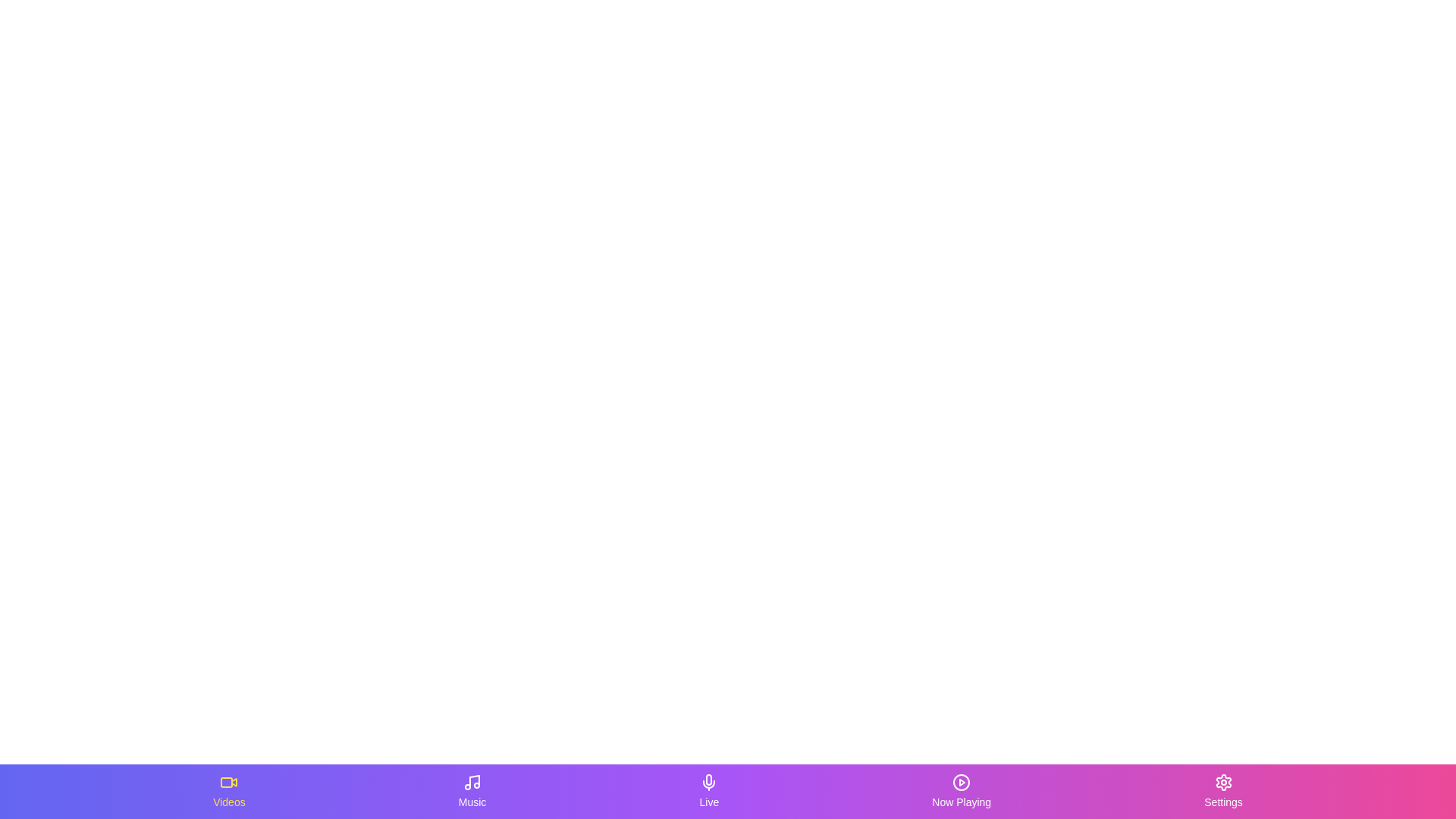 The image size is (1456, 819). Describe the element at coordinates (228, 791) in the screenshot. I see `the Videos tab in the bottom navigation bar` at that location.